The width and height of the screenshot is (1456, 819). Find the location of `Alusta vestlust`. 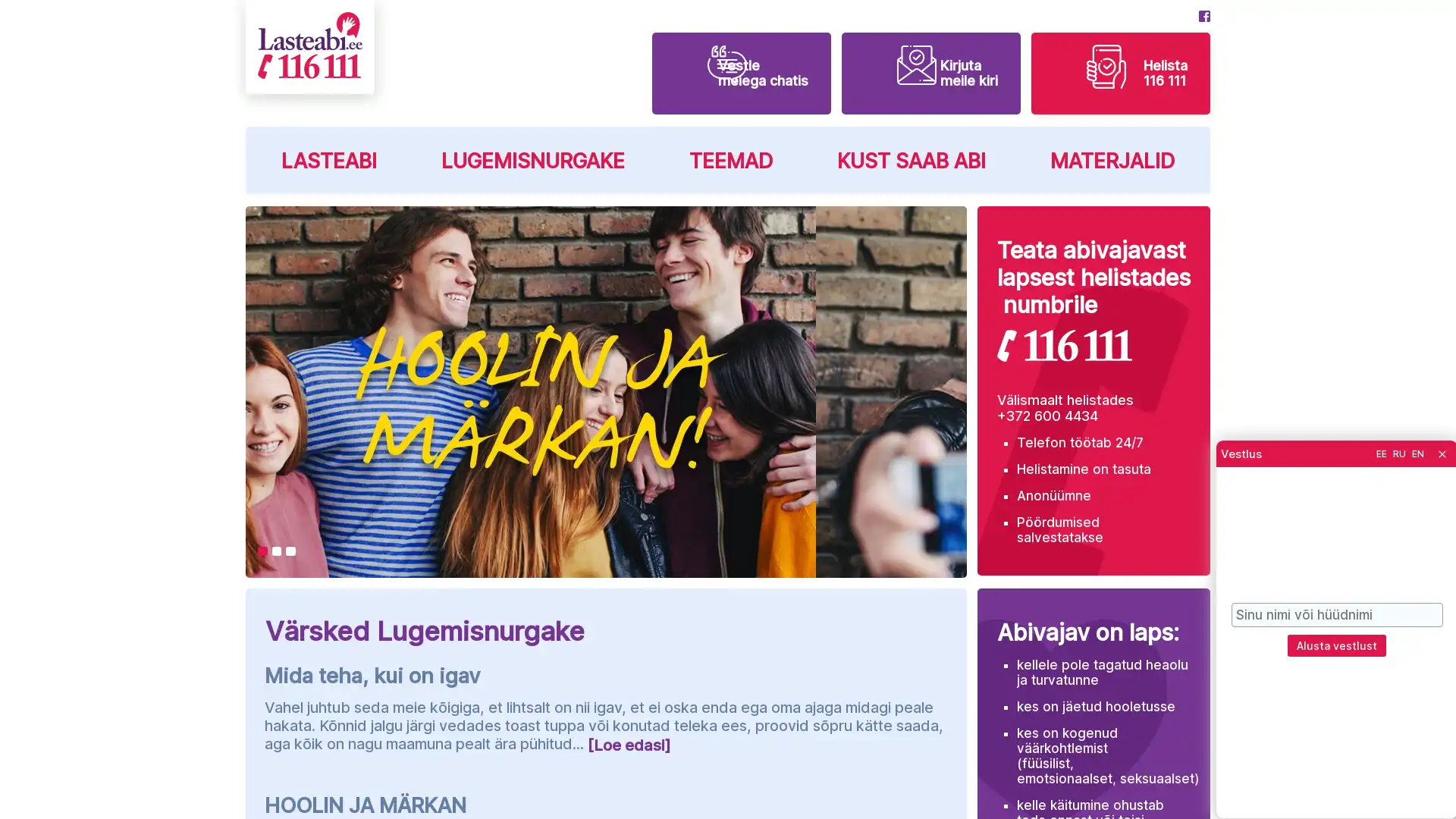

Alusta vestlust is located at coordinates (1336, 645).